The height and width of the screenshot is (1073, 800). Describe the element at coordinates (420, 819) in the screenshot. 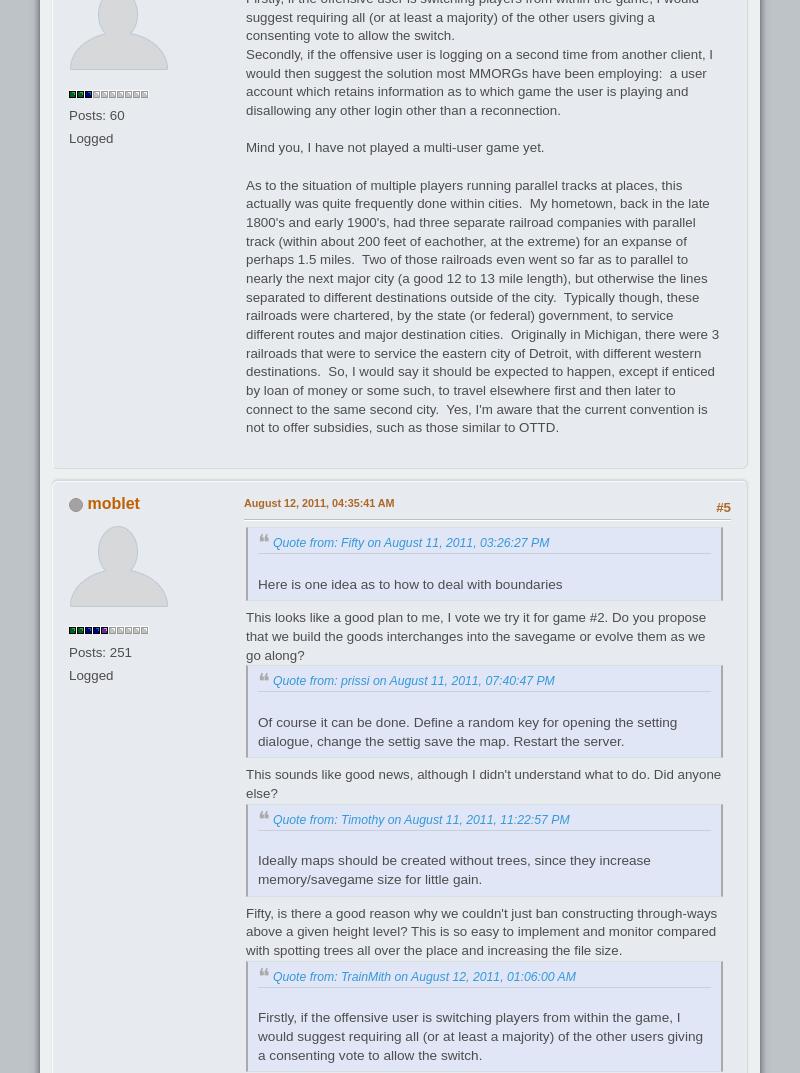

I see `'Quote from: Timothy on August 11, 2011, 11:22:57 PM'` at that location.